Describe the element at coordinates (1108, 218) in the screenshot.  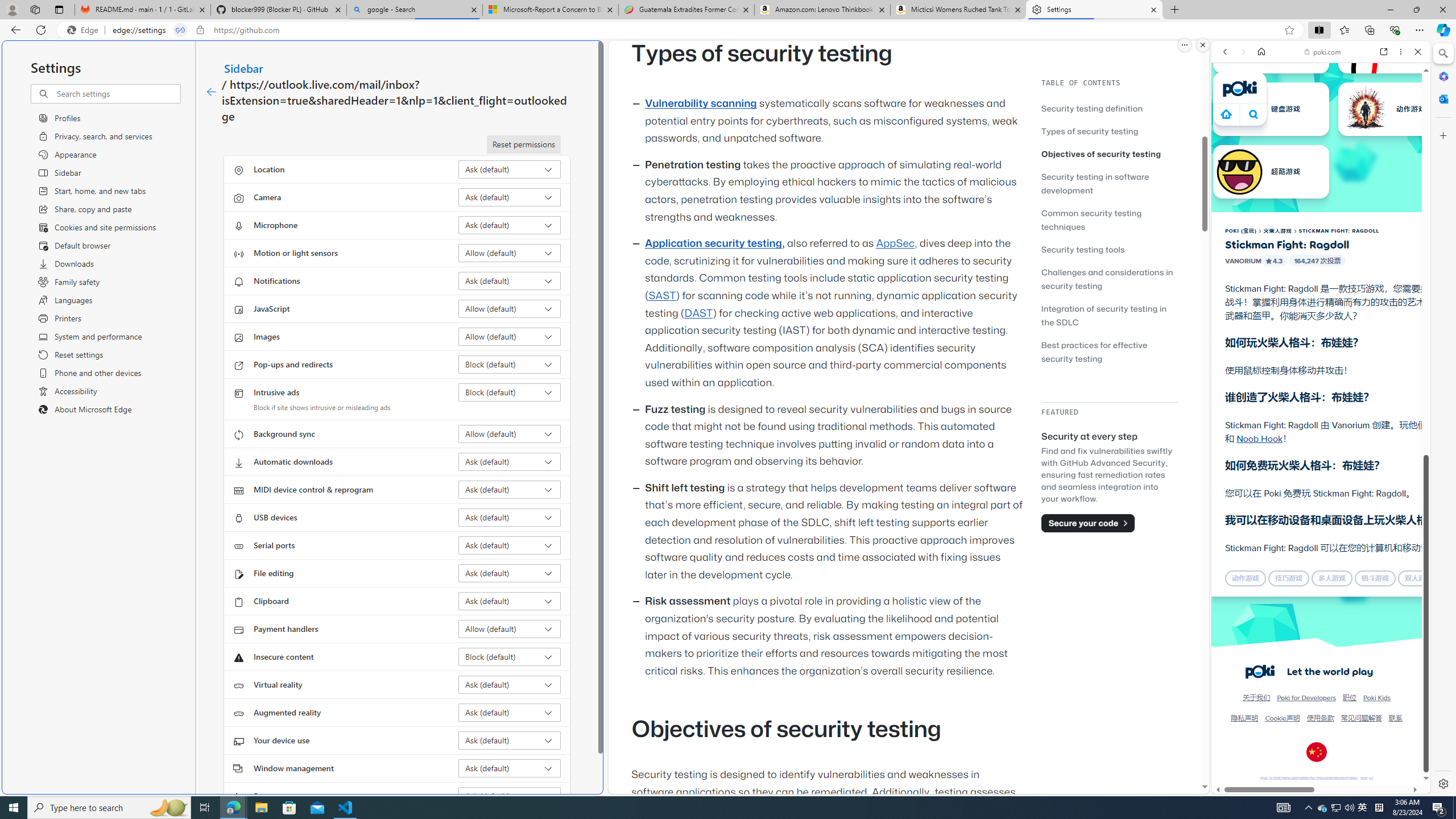
I see `'Common security testing techniques'` at that location.